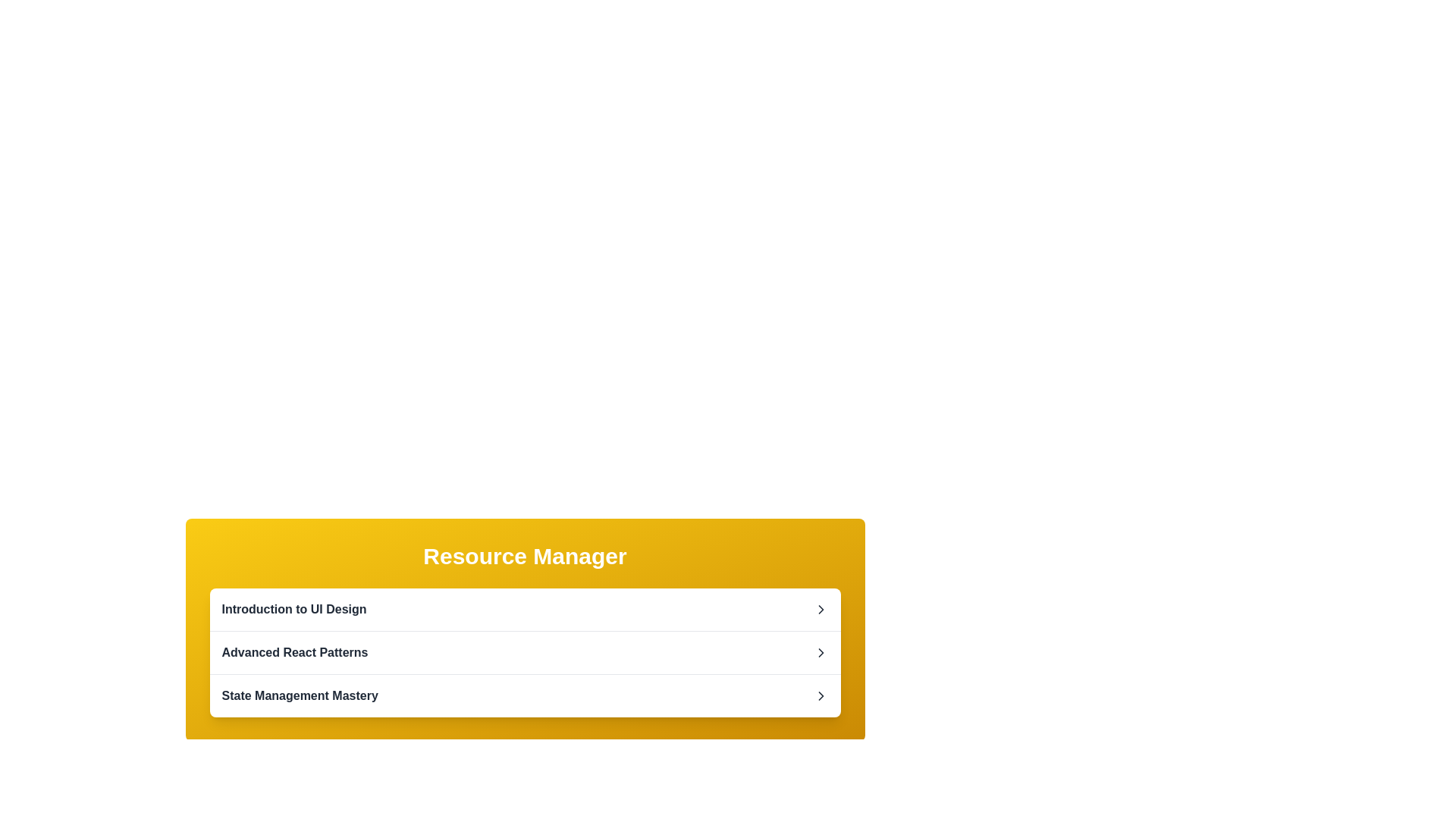 The width and height of the screenshot is (1456, 819). Describe the element at coordinates (525, 651) in the screenshot. I see `the second clickable list item in the 'Resource Manager' section` at that location.